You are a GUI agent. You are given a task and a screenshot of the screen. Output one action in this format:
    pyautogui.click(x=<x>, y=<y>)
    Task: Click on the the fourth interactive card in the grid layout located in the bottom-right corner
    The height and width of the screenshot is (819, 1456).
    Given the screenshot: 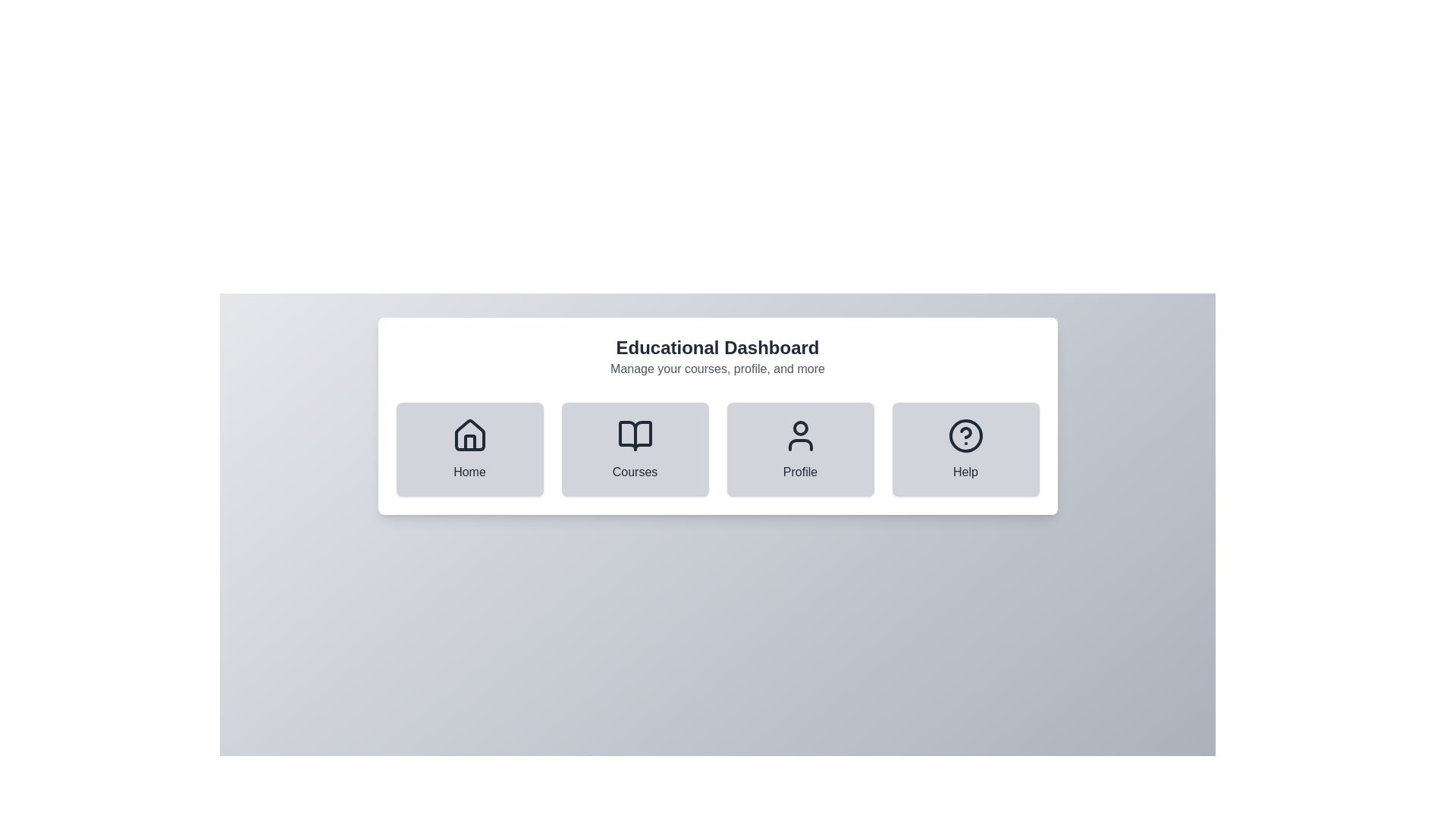 What is the action you would take?
    pyautogui.click(x=965, y=449)
    